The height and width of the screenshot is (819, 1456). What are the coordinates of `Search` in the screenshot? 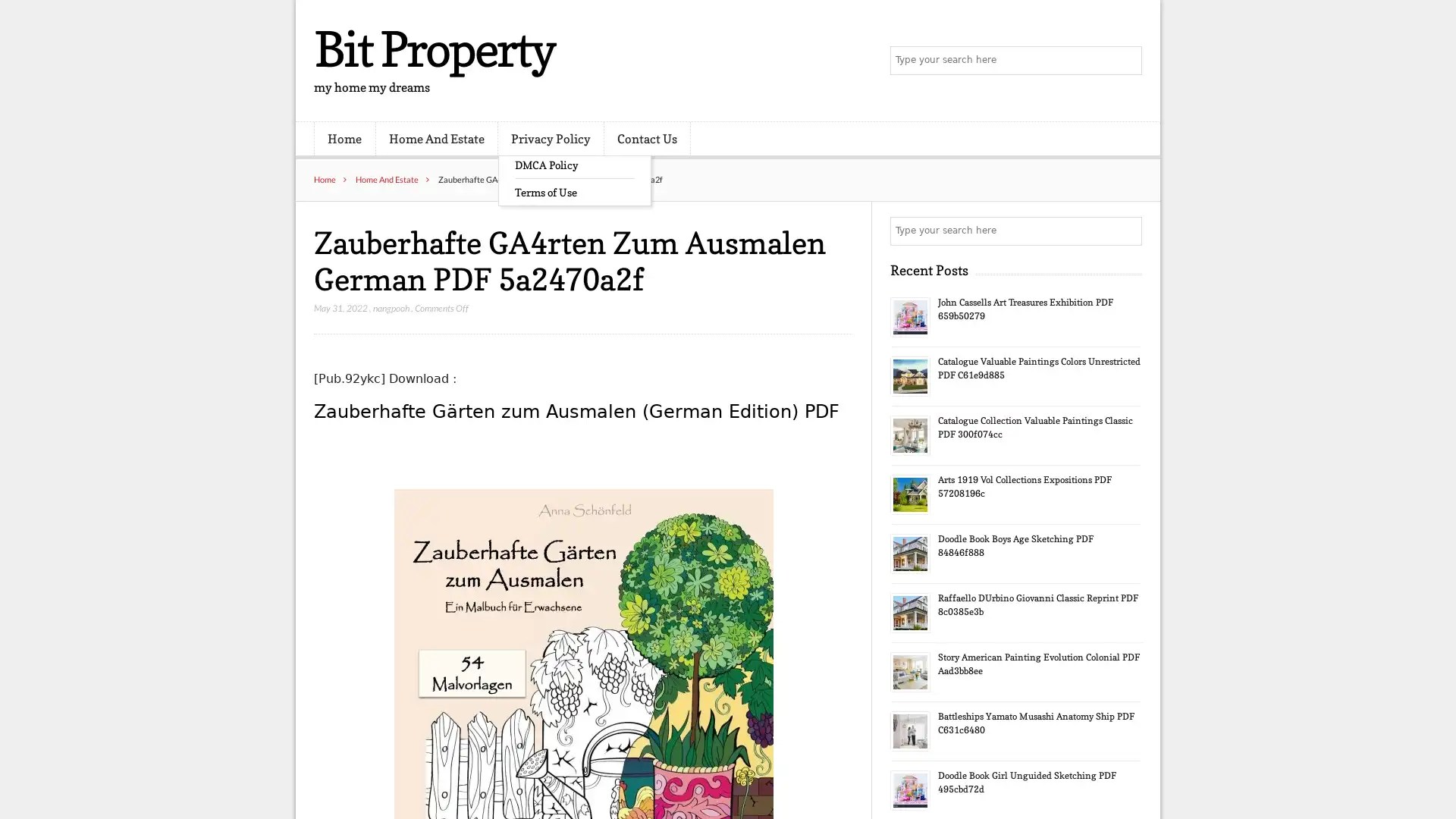 It's located at (1126, 61).